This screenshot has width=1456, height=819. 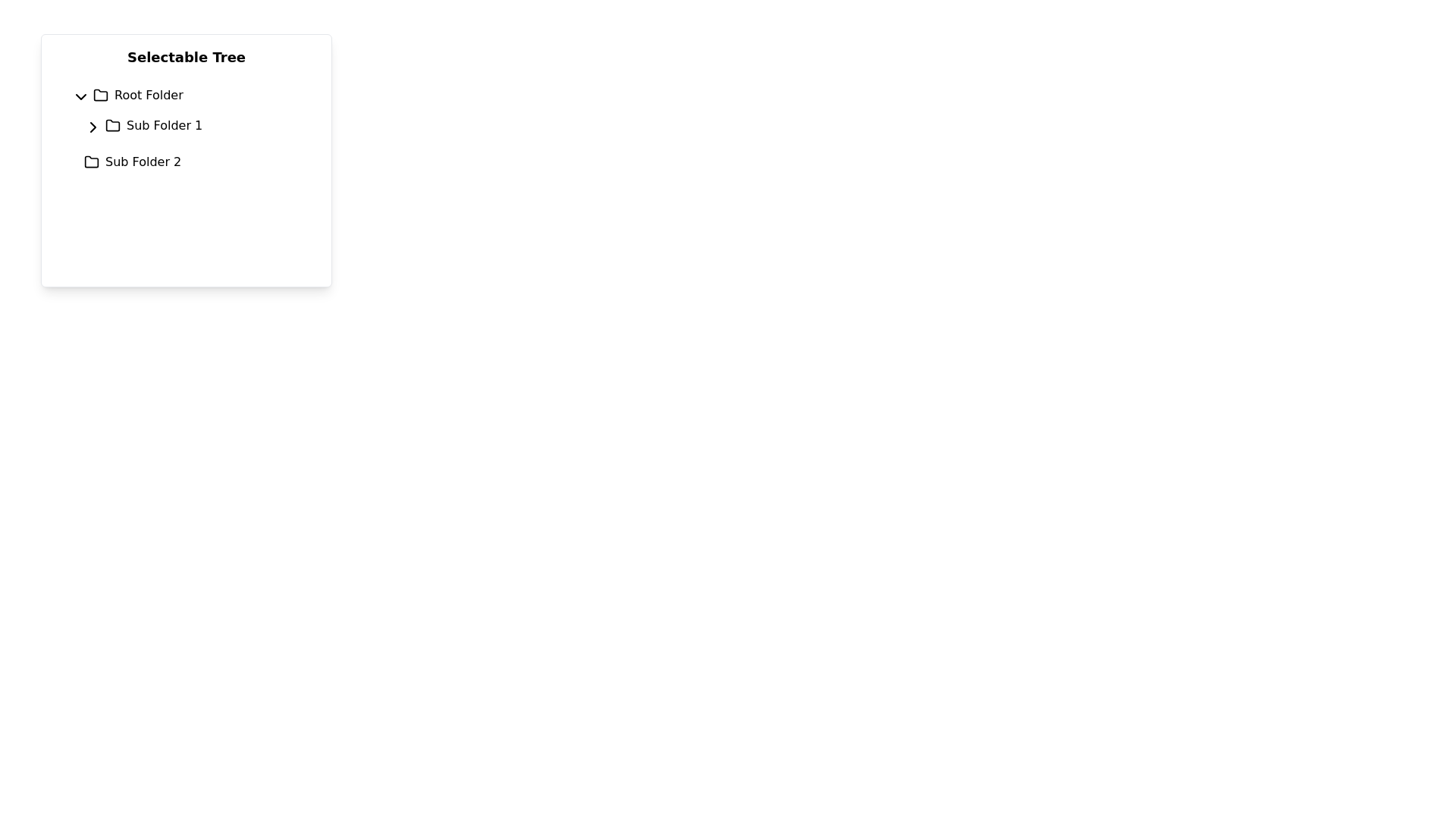 I want to click on the 'Sub Folder 2' label within the folder tree interface, so click(x=143, y=162).